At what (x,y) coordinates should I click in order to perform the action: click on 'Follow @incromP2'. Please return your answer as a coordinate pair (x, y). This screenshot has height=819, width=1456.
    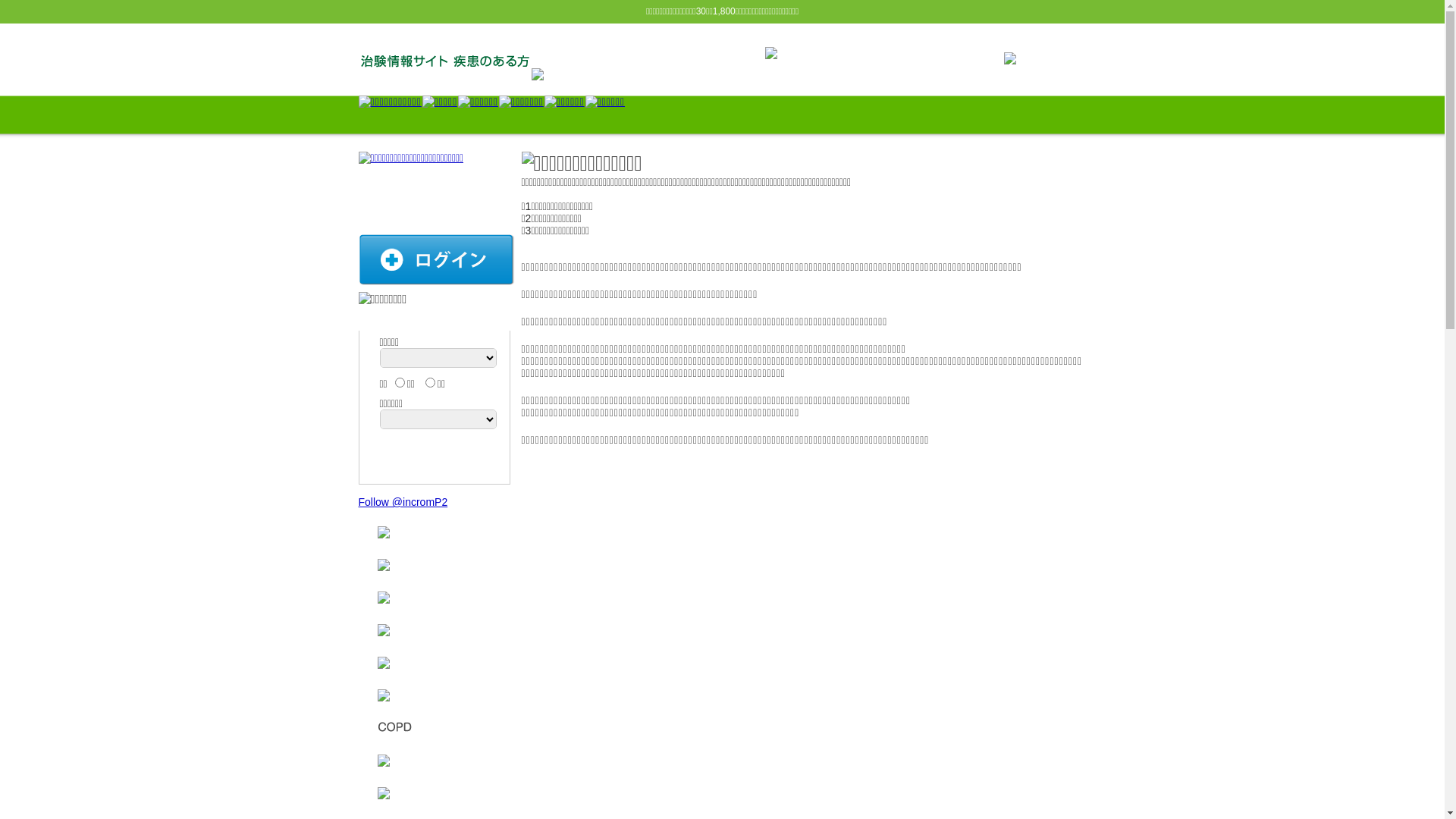
    Looking at the image, I should click on (403, 502).